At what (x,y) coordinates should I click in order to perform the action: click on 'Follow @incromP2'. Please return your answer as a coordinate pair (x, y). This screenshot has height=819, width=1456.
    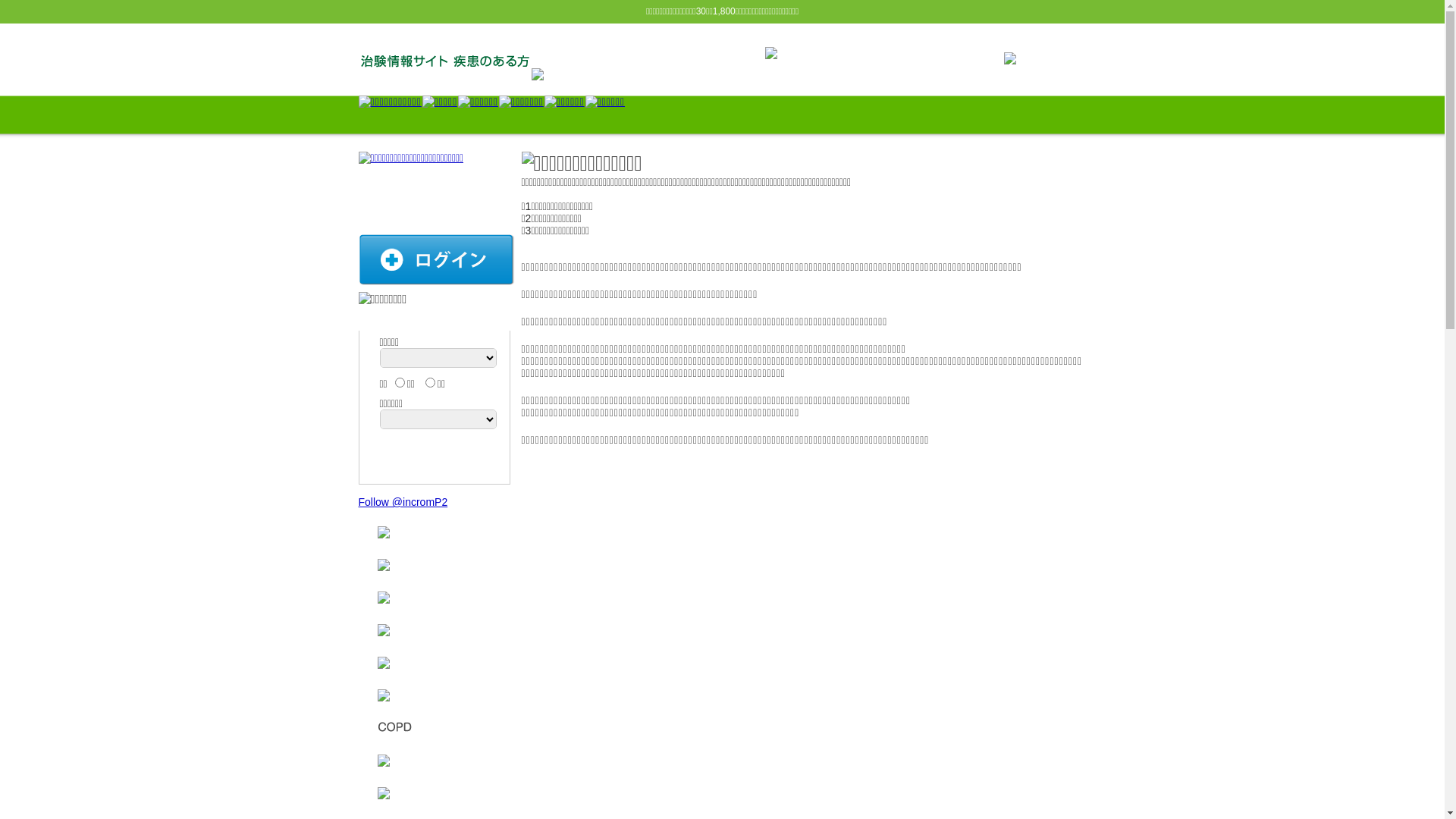
    Looking at the image, I should click on (403, 502).